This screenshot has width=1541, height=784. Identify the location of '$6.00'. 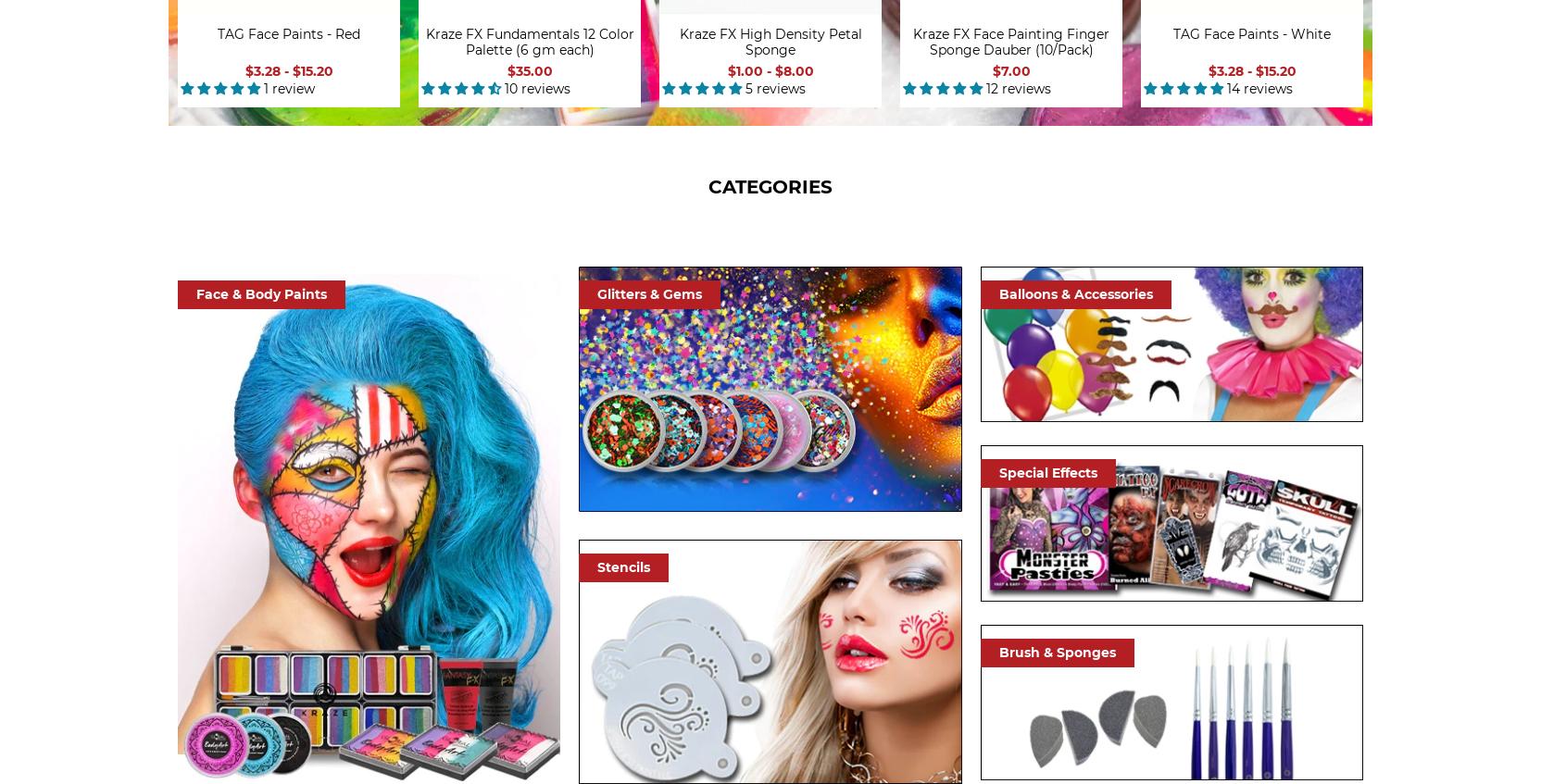
(1451, 69).